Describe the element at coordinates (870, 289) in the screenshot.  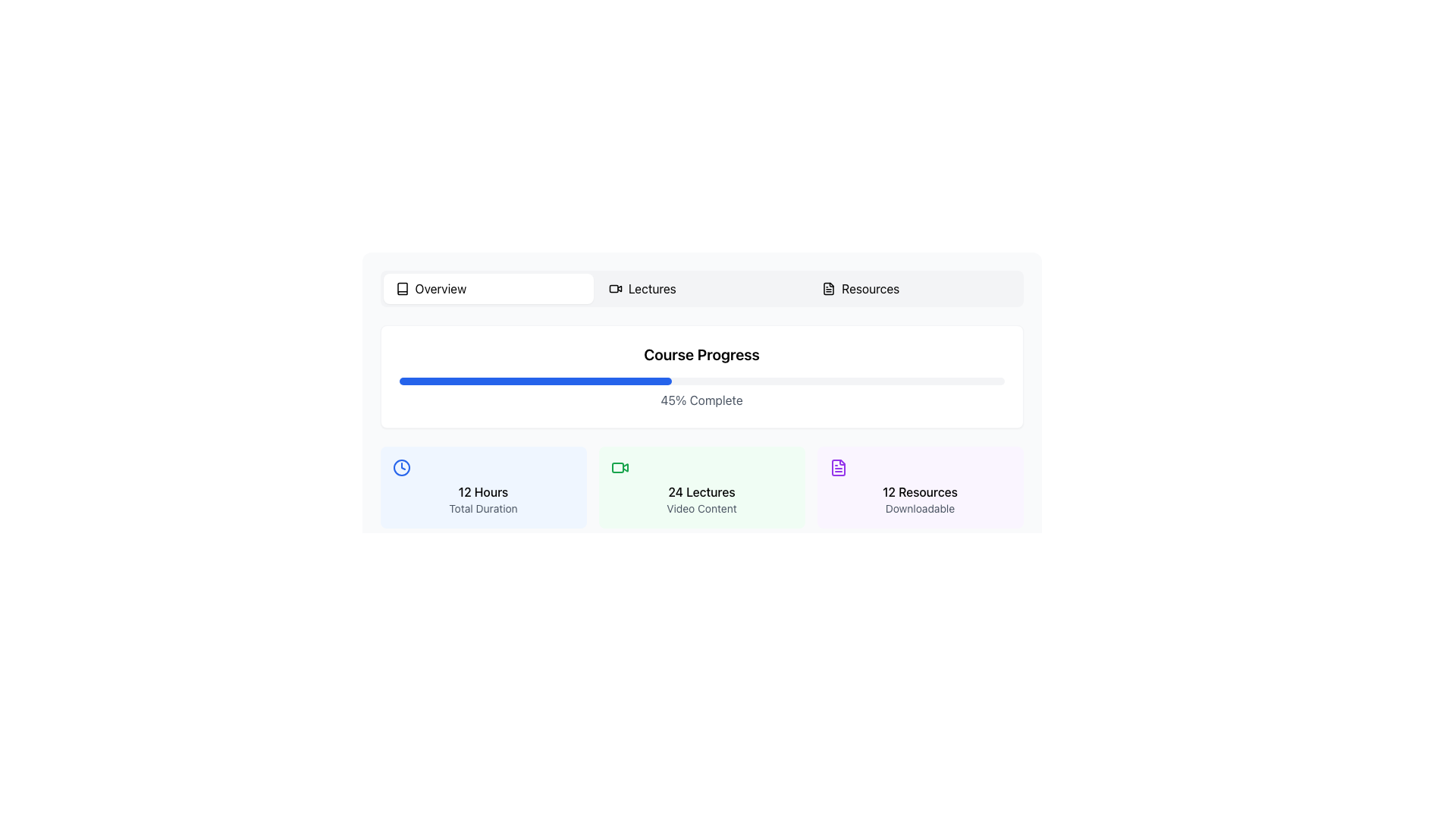
I see `the 'Resources' text label in the upper navigation menu` at that location.